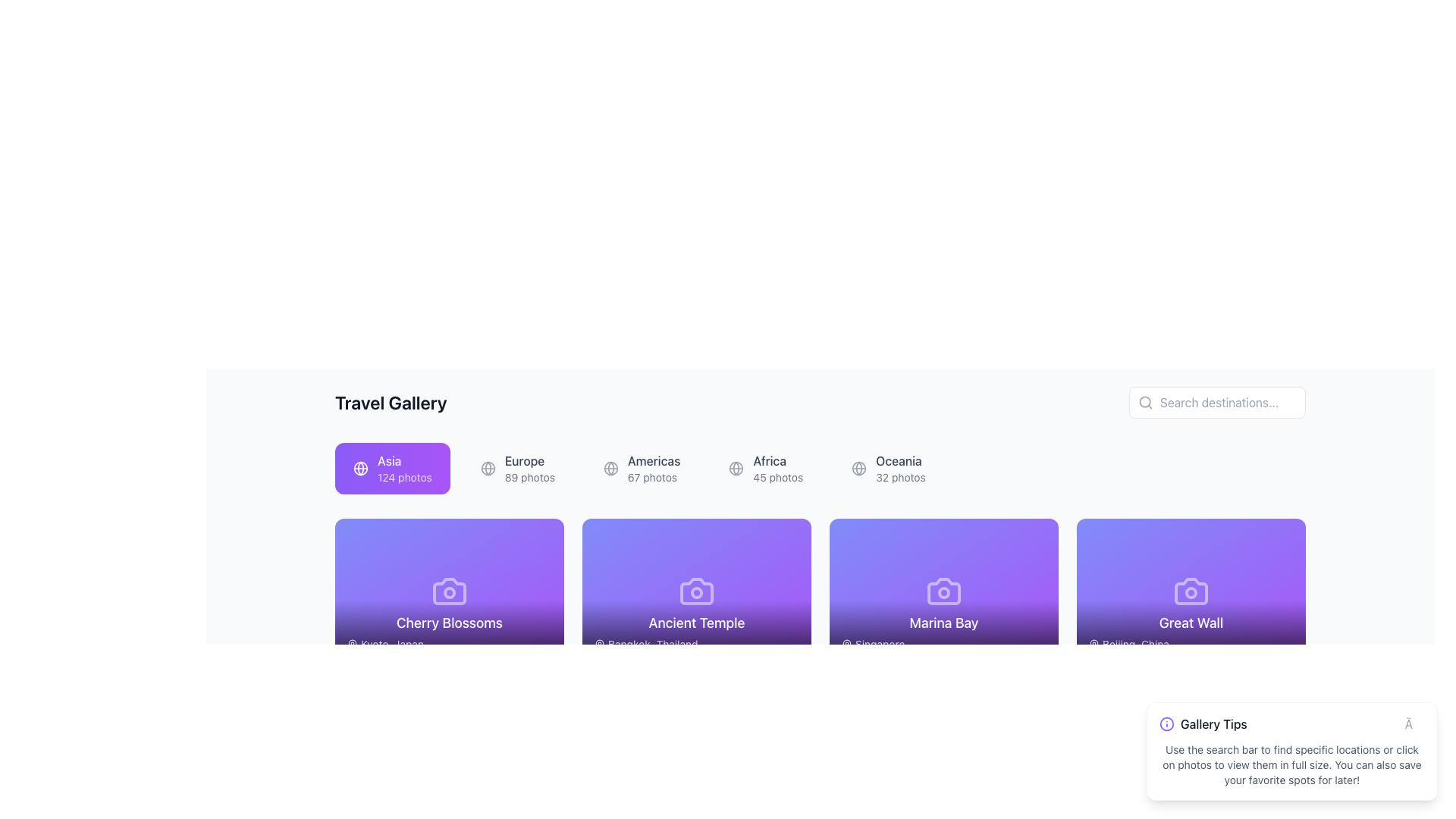 The width and height of the screenshot is (1456, 819). Describe the element at coordinates (392, 644) in the screenshot. I see `the text label located at the bottom-left of the 'Cherry Blossoms' tile, which provides additional information about this travel destination` at that location.